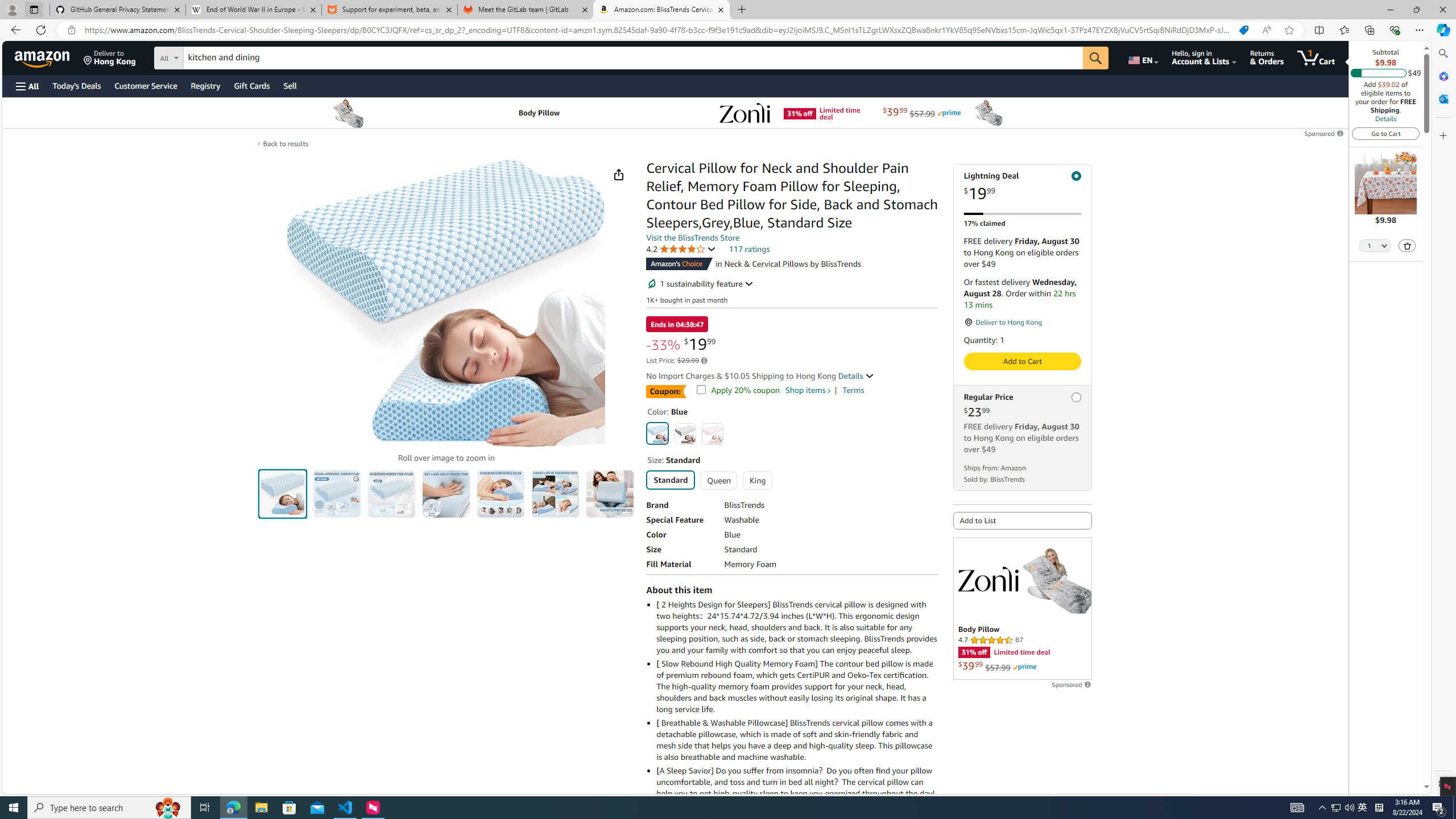 The width and height of the screenshot is (1456, 819). What do you see at coordinates (76, 85) in the screenshot?
I see `'Today'` at bounding box center [76, 85].